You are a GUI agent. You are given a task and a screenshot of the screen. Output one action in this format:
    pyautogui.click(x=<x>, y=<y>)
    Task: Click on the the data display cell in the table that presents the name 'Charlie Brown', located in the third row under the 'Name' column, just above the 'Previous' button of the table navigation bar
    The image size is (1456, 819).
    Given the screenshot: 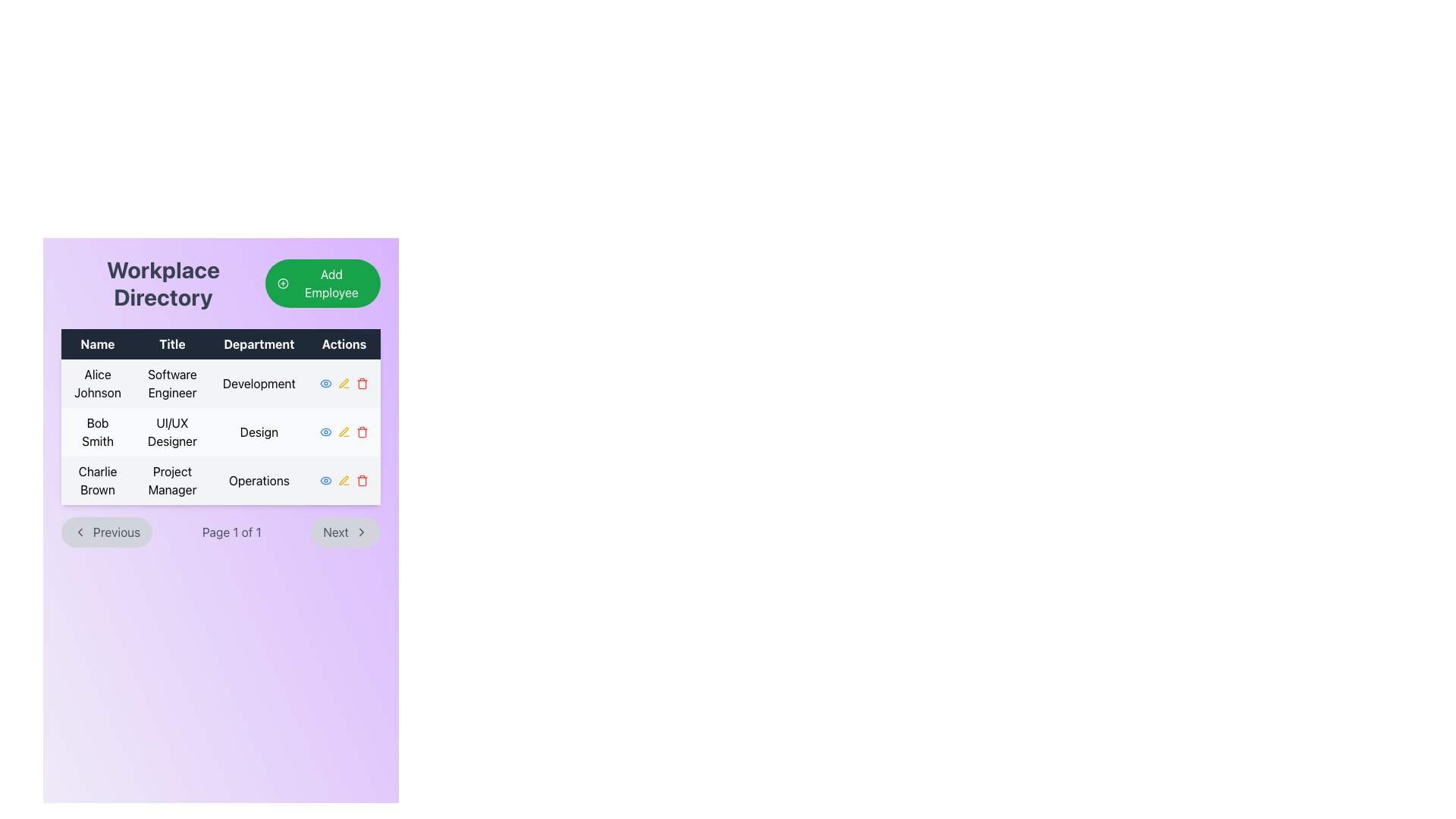 What is the action you would take?
    pyautogui.click(x=97, y=480)
    